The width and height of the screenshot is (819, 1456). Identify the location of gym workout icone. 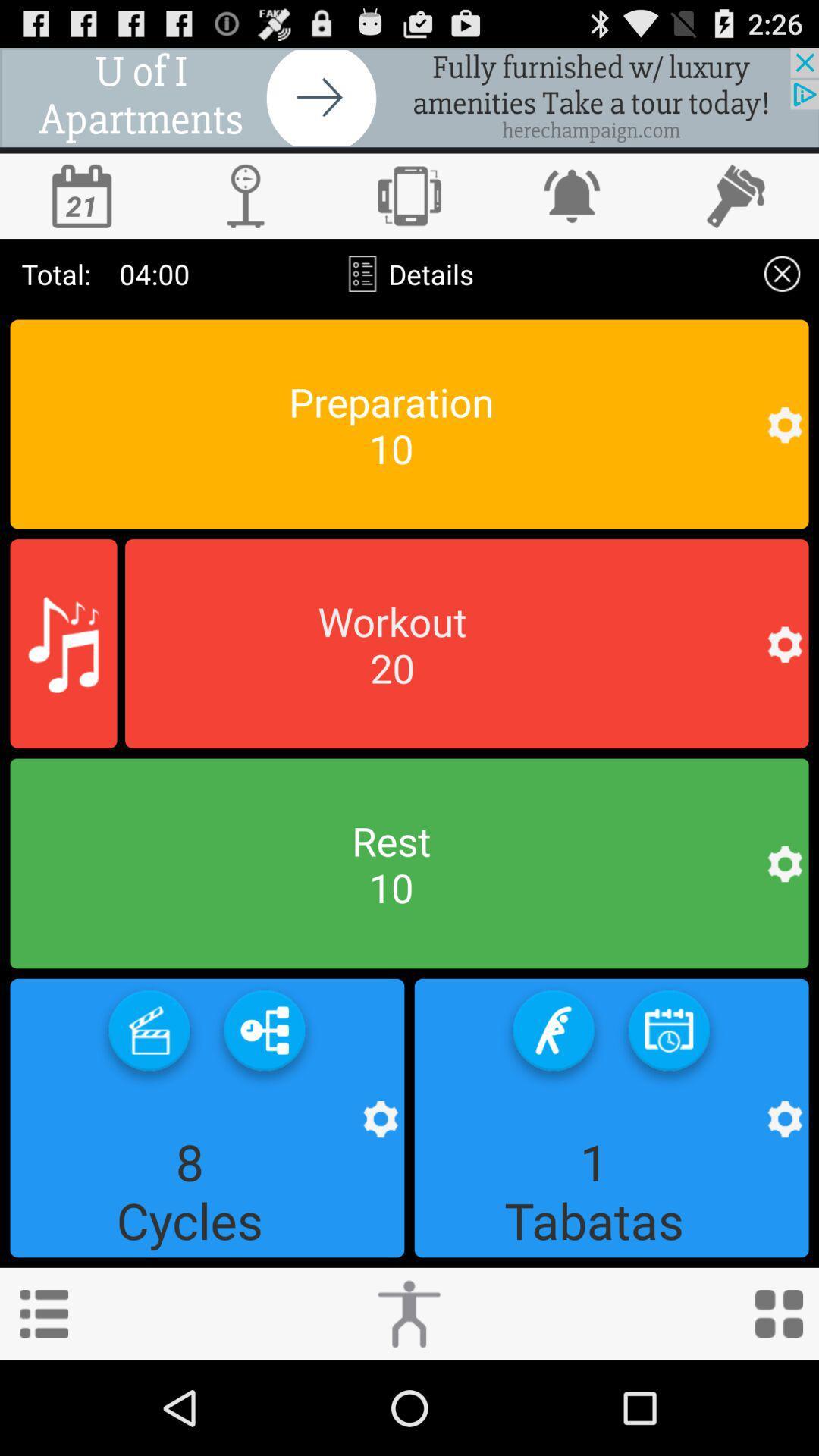
(466, 644).